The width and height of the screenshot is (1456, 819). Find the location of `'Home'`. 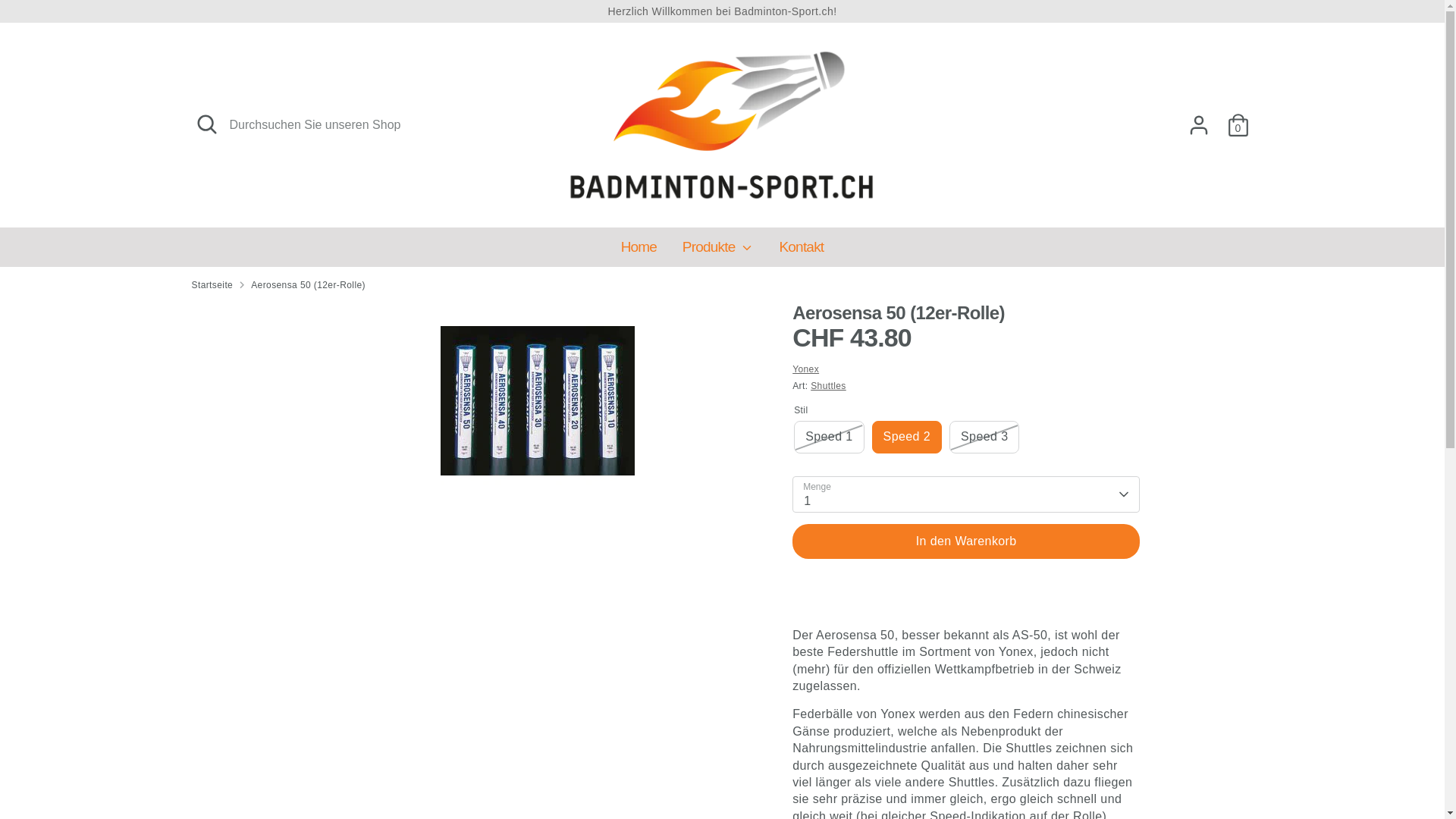

'Home' is located at coordinates (639, 251).